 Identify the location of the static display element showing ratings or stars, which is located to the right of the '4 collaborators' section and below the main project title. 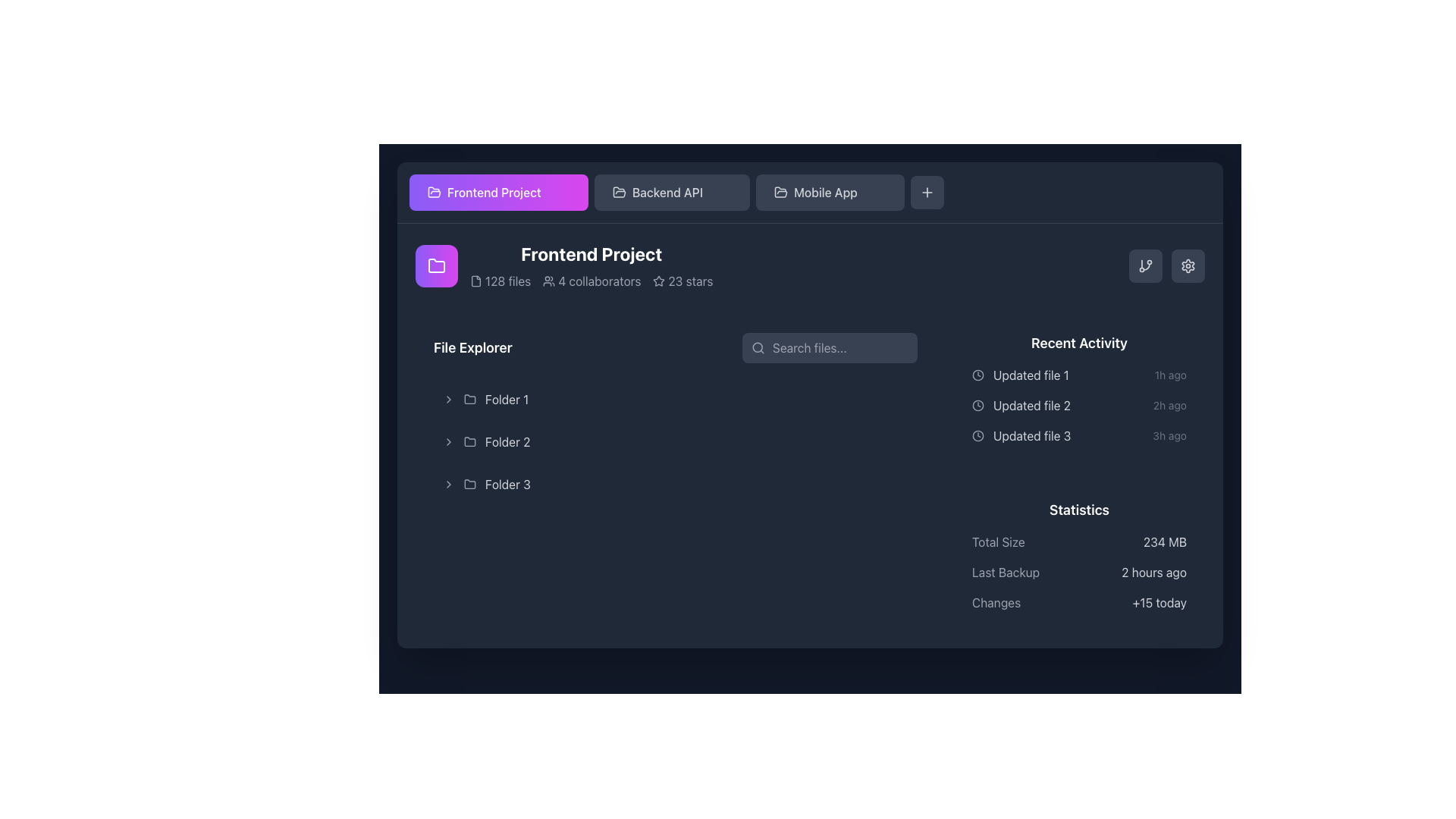
(682, 281).